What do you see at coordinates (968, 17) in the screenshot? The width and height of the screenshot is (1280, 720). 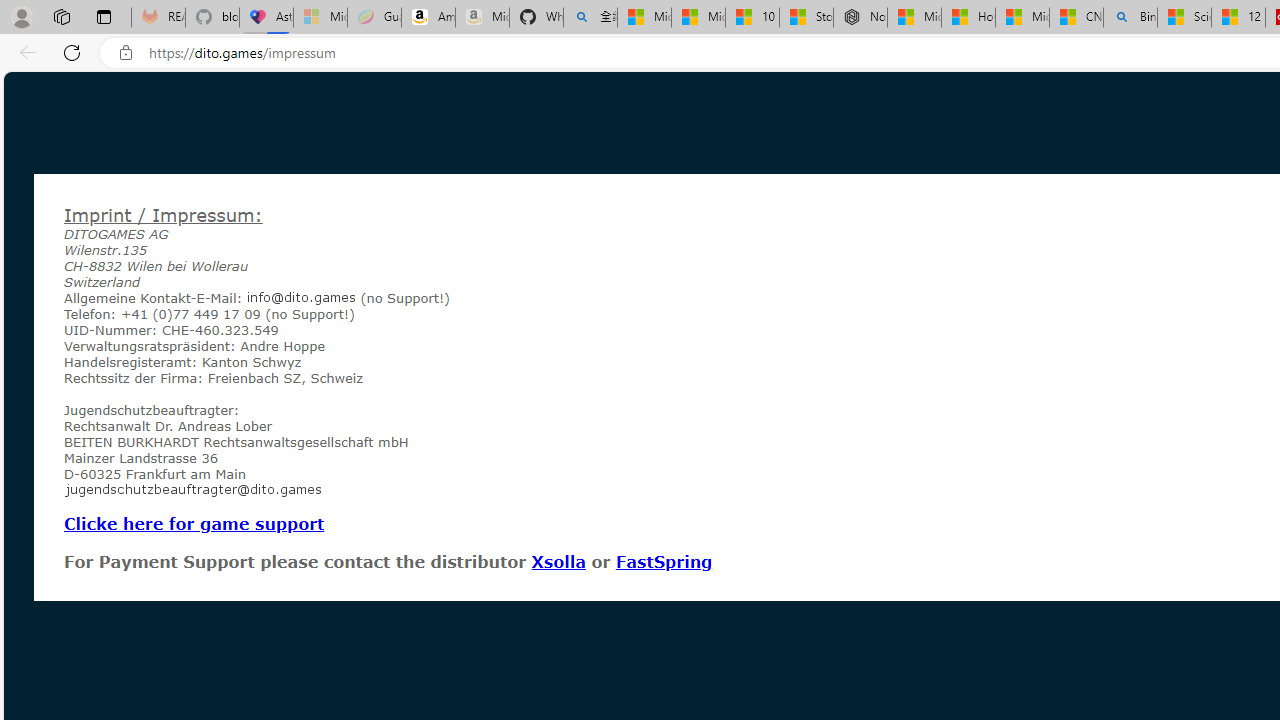 I see `'How I Got Rid of Microsoft Edge'` at bounding box center [968, 17].